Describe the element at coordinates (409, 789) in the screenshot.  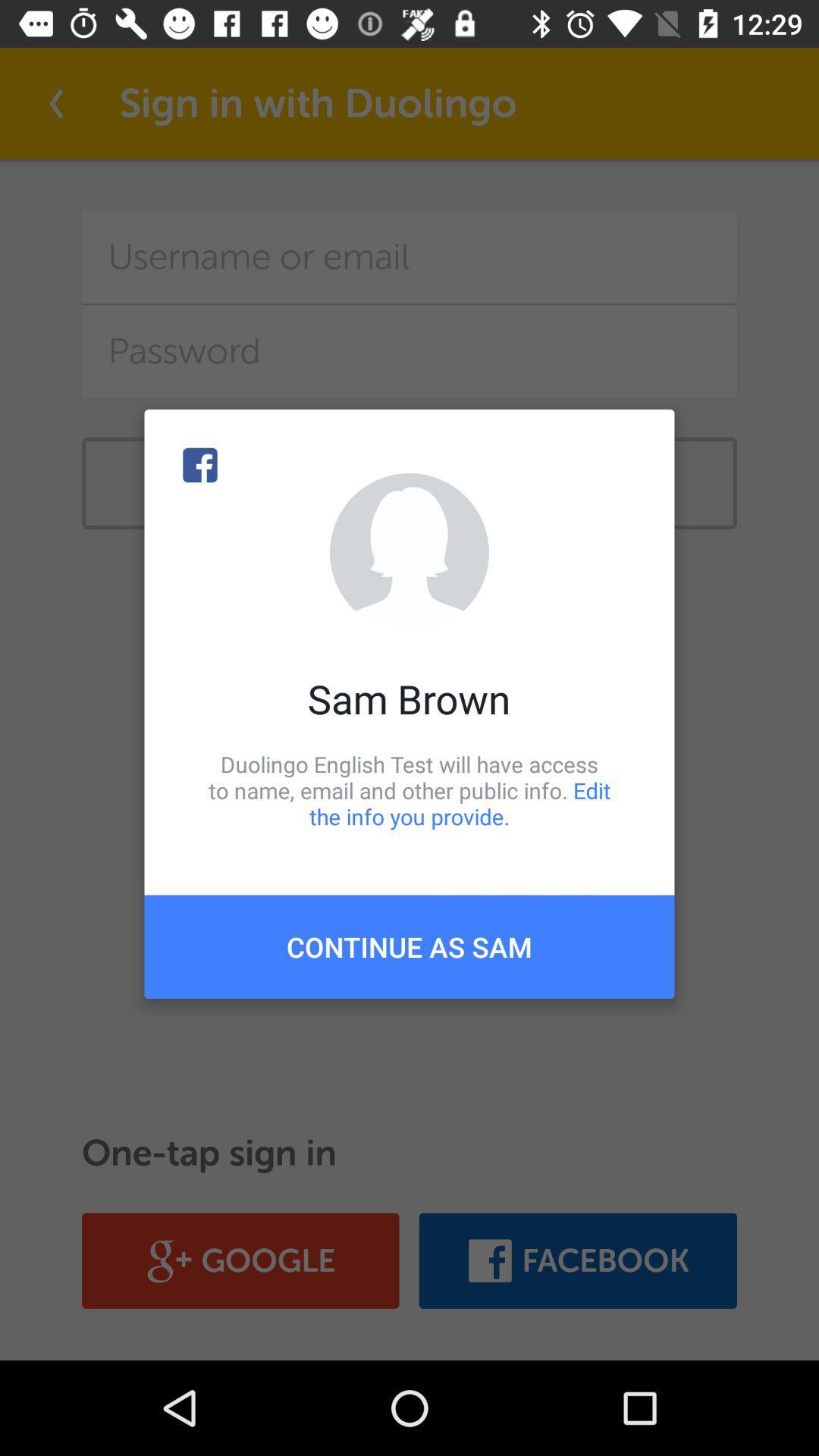
I see `icon above continue as sam` at that location.